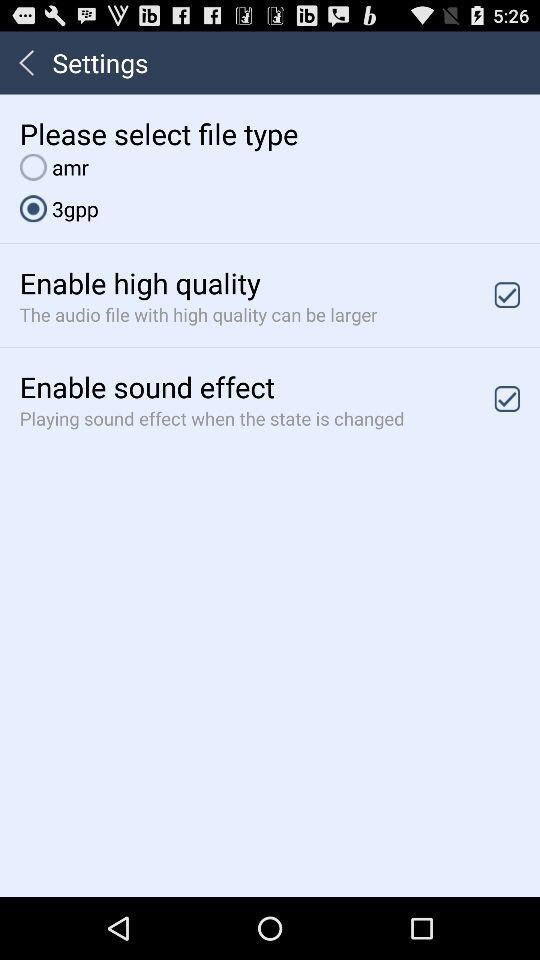  What do you see at coordinates (507, 397) in the screenshot?
I see `sound effect` at bounding box center [507, 397].